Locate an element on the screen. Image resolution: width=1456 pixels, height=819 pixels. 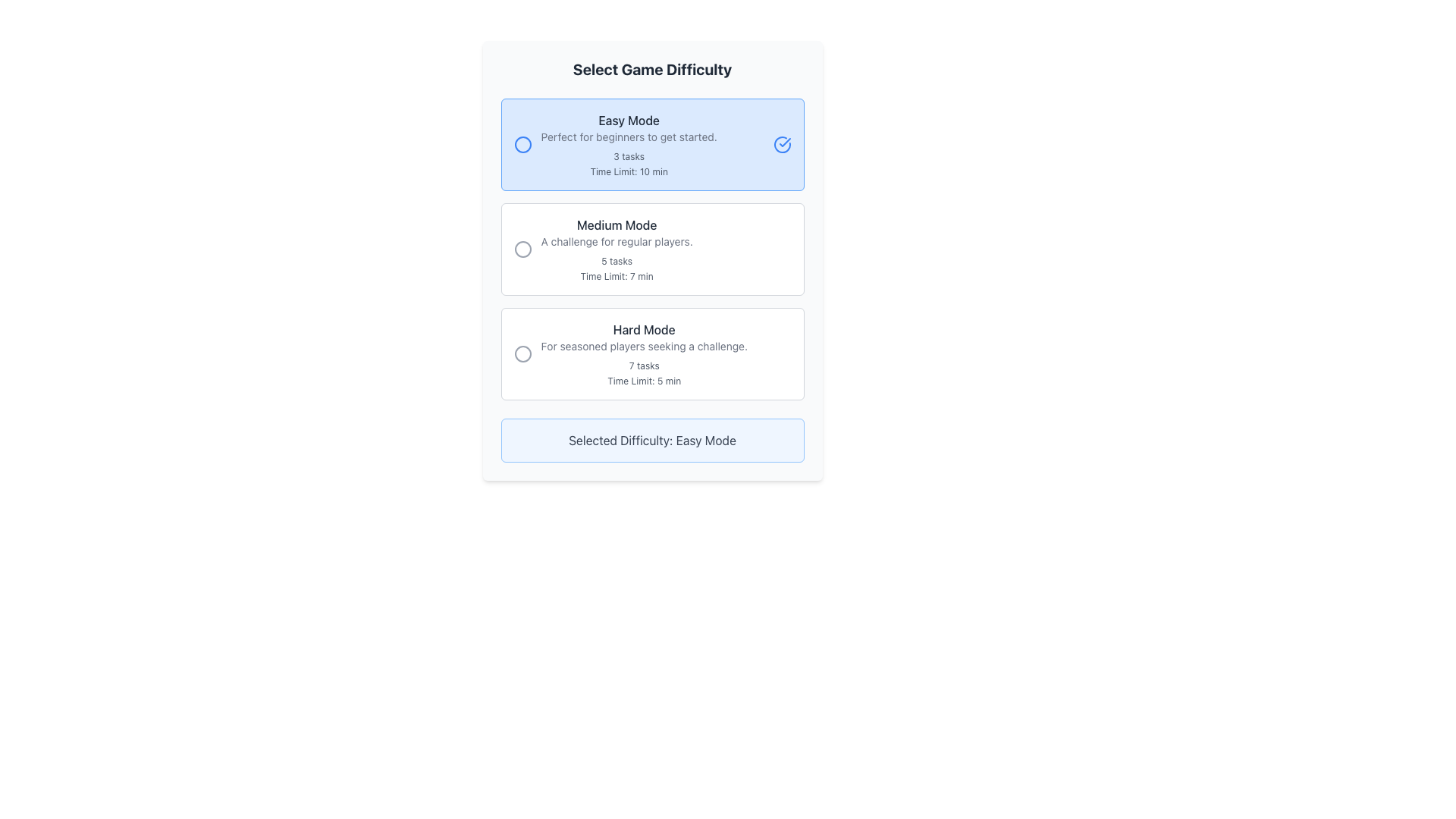
the Text Display element that indicates the currently selected difficulty level, located below the 'Hard Mode' selection in the vertical list is located at coordinates (652, 441).